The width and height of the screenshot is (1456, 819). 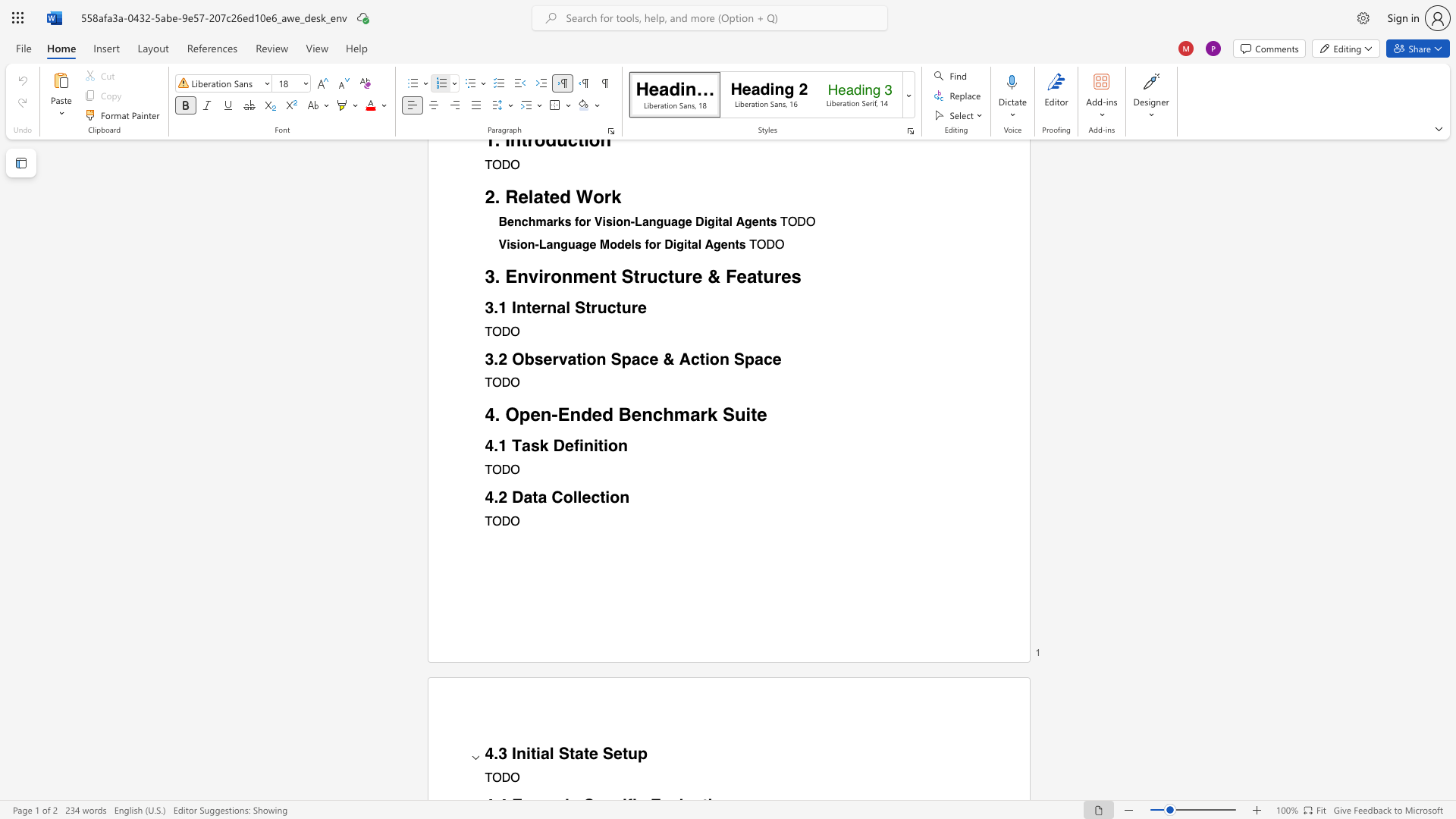 I want to click on the space between the continuous character "u" and "p" in the text, so click(x=637, y=754).